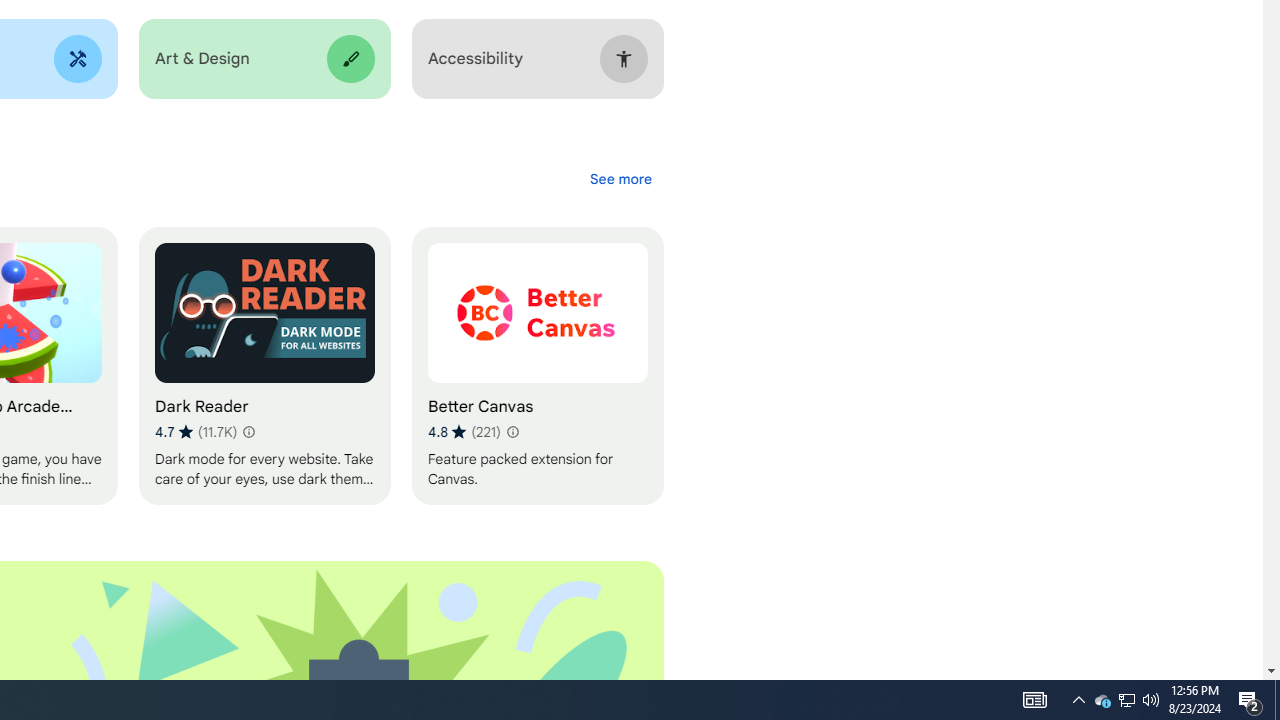 This screenshot has height=720, width=1280. What do you see at coordinates (246, 431) in the screenshot?
I see `'Learn more about results and reviews "Dark Reader"'` at bounding box center [246, 431].